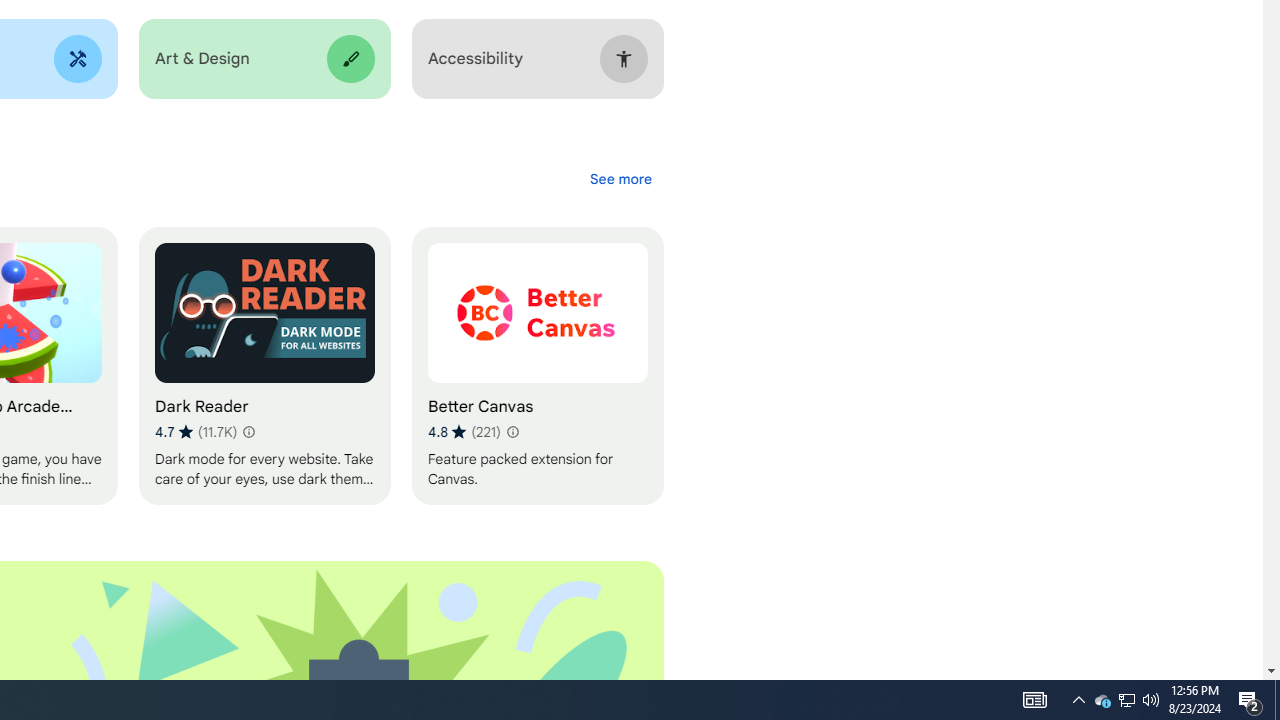 This screenshot has height=720, width=1280. What do you see at coordinates (246, 431) in the screenshot?
I see `'Learn more about results and reviews "Dark Reader"'` at bounding box center [246, 431].